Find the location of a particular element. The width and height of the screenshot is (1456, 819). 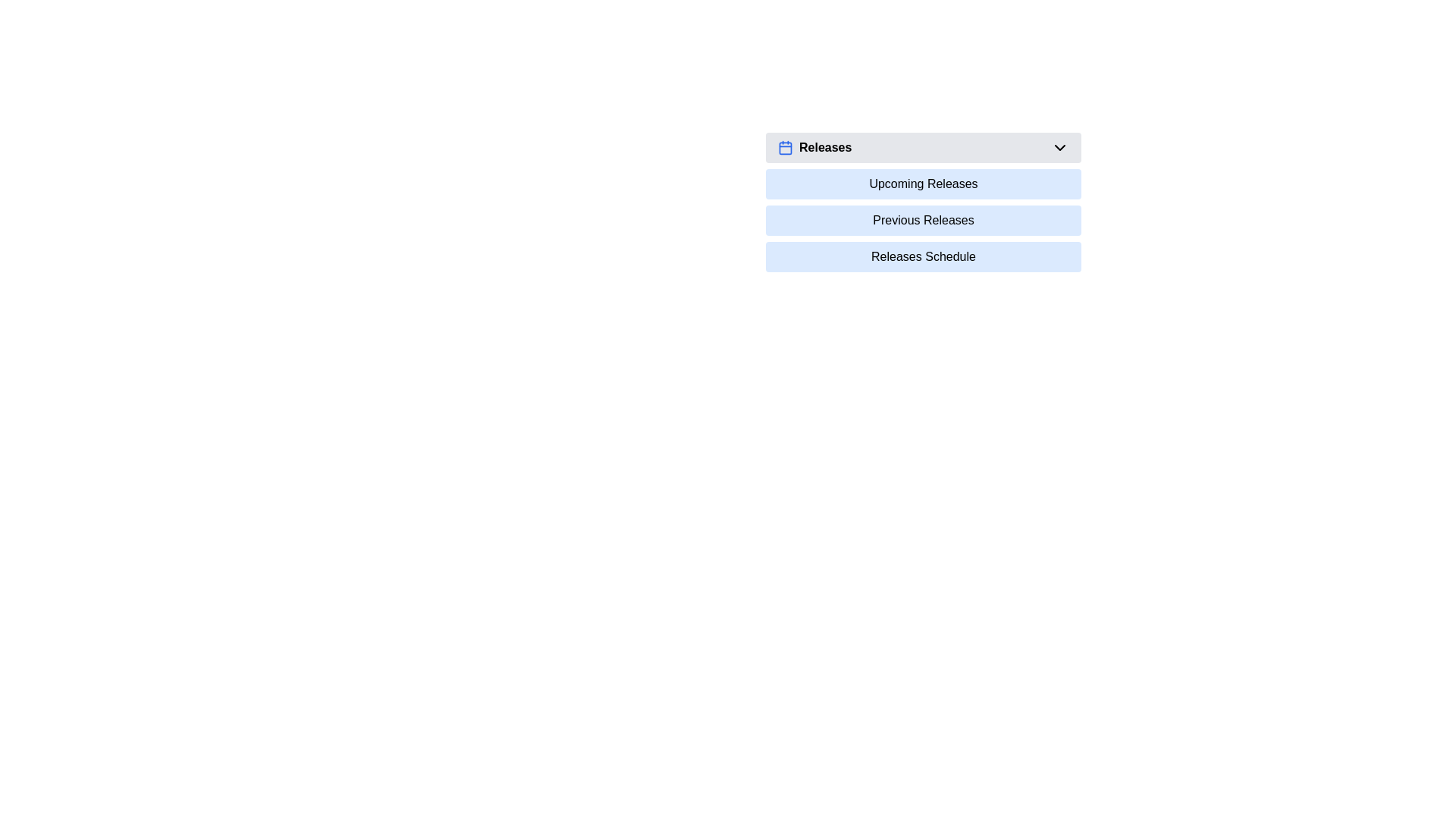

the rounded rectangle with a blue outline located within the calendar icon in the 'Releases' dropdown menu is located at coordinates (786, 148).